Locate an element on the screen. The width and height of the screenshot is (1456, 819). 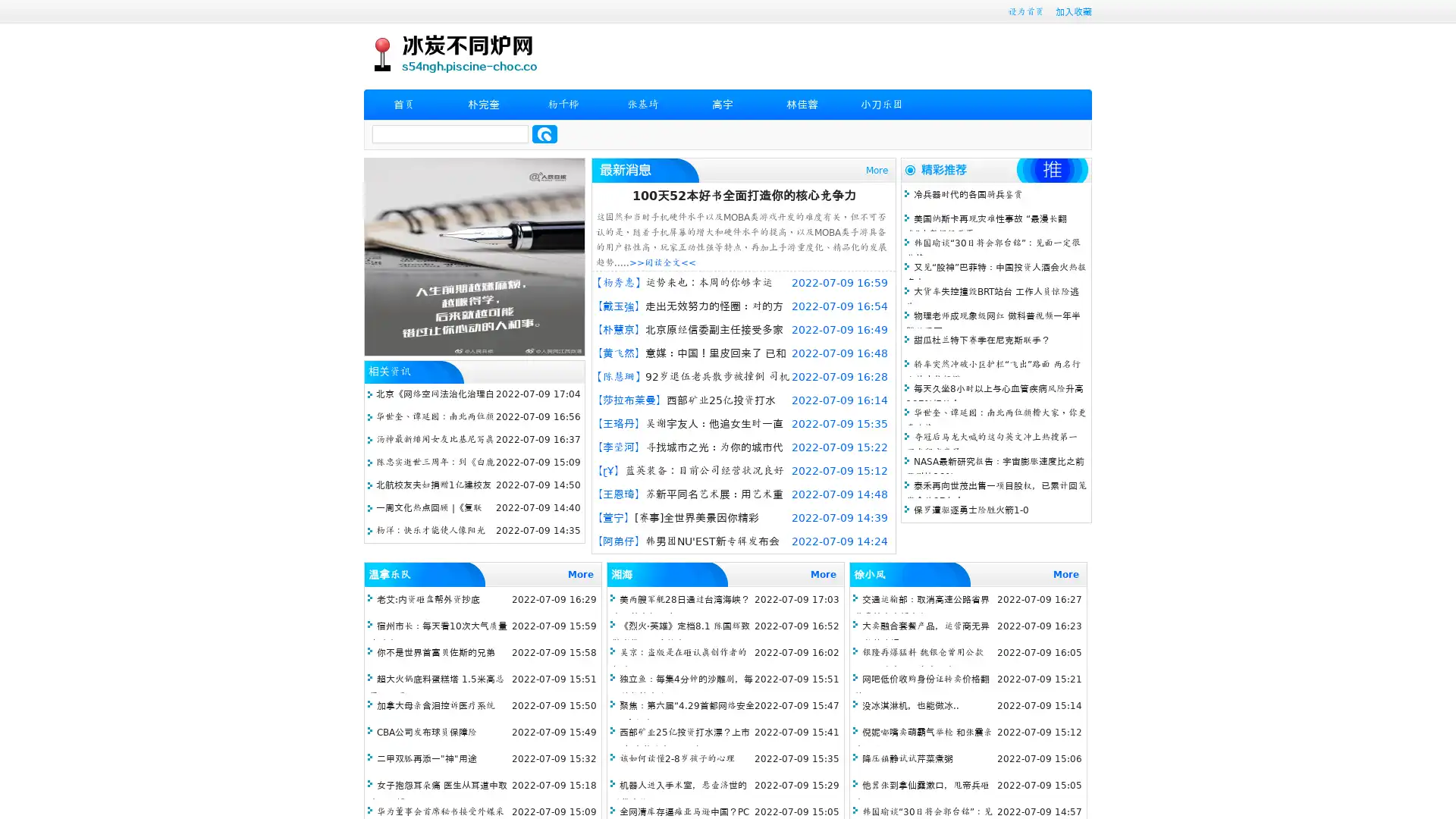
Search is located at coordinates (544, 133).